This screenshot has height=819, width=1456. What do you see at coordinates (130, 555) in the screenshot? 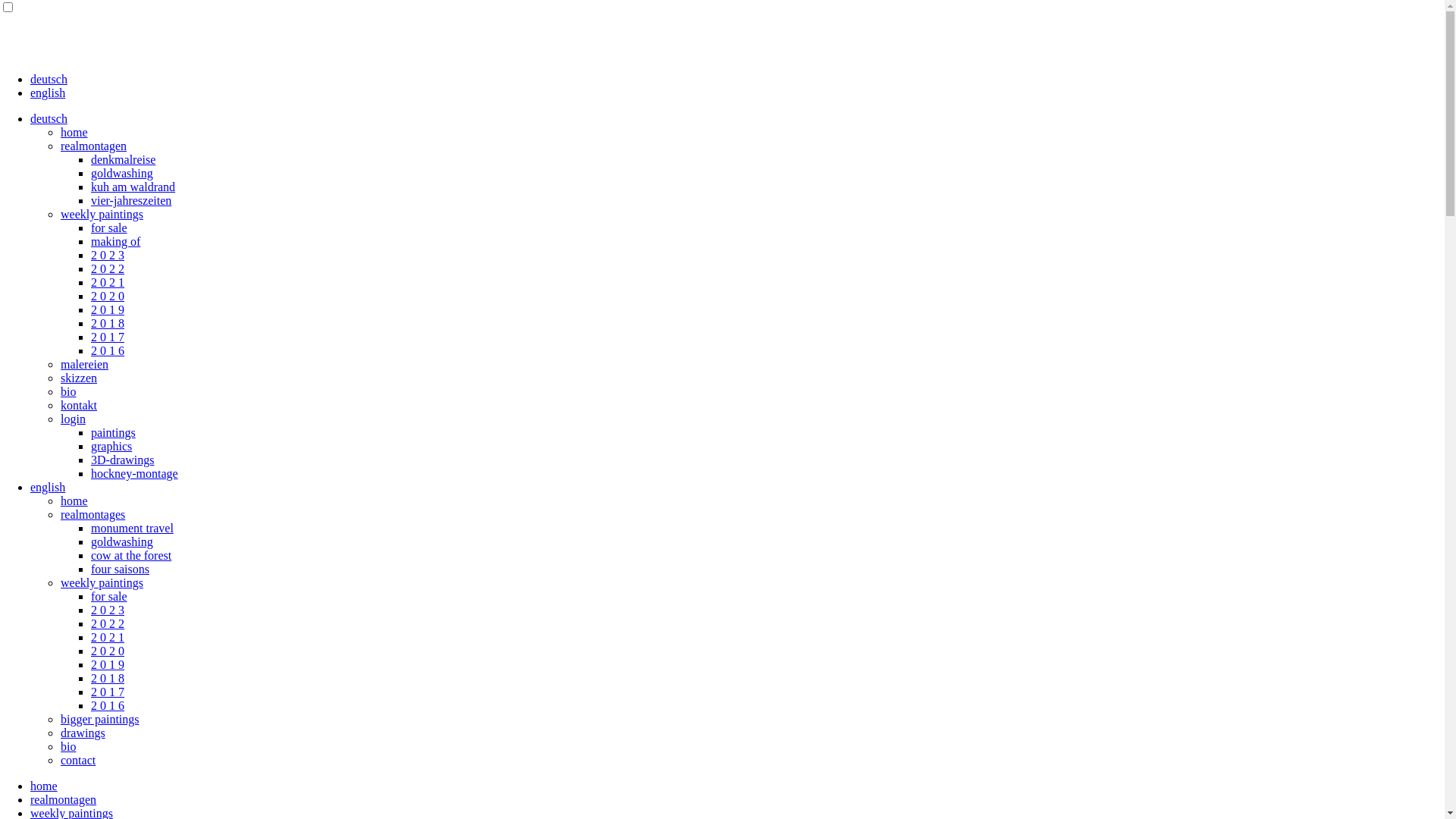
I see `'cow at the forest'` at bounding box center [130, 555].